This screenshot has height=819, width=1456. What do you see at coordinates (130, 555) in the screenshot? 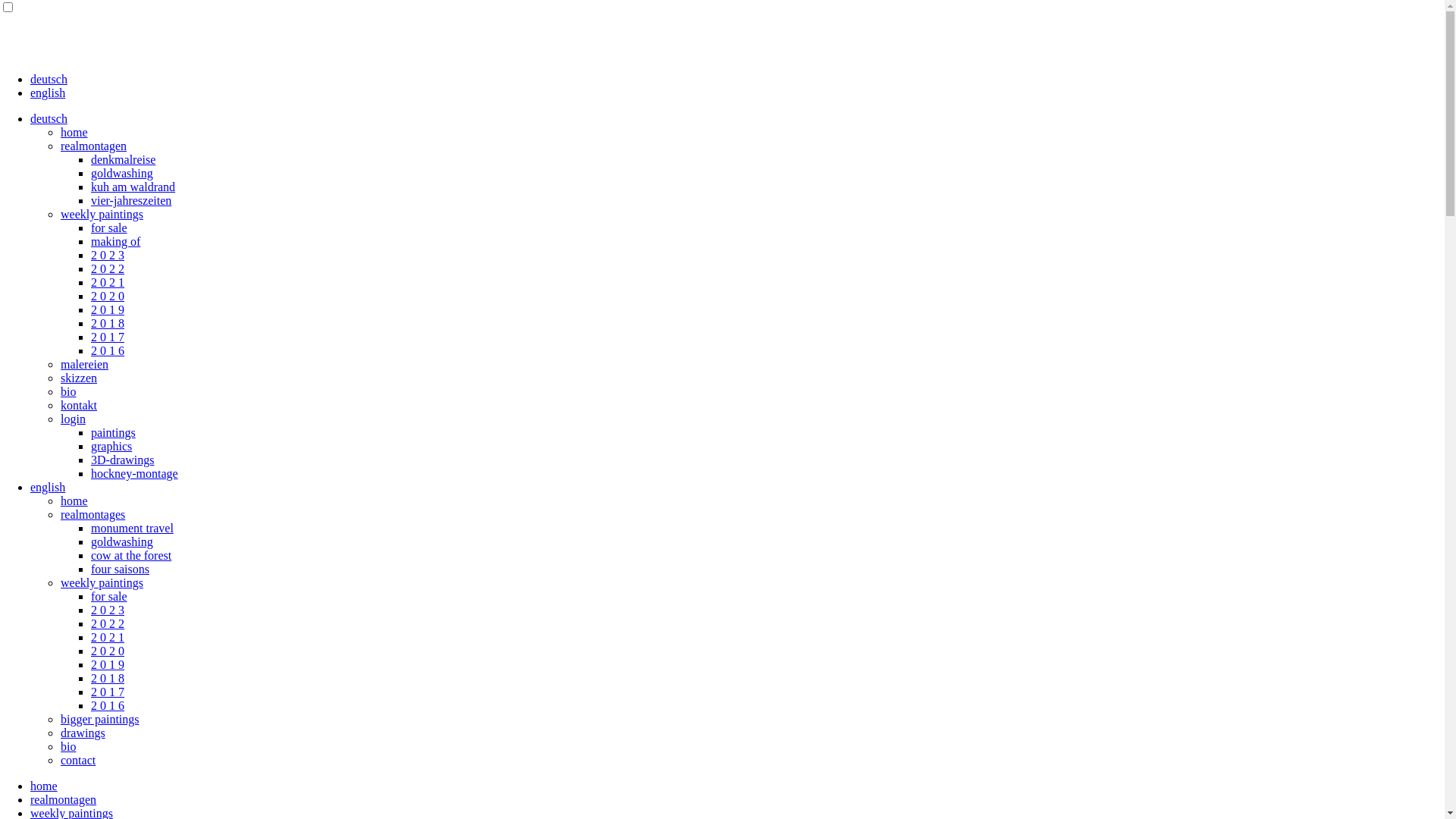
I see `'cow at the forest'` at bounding box center [130, 555].